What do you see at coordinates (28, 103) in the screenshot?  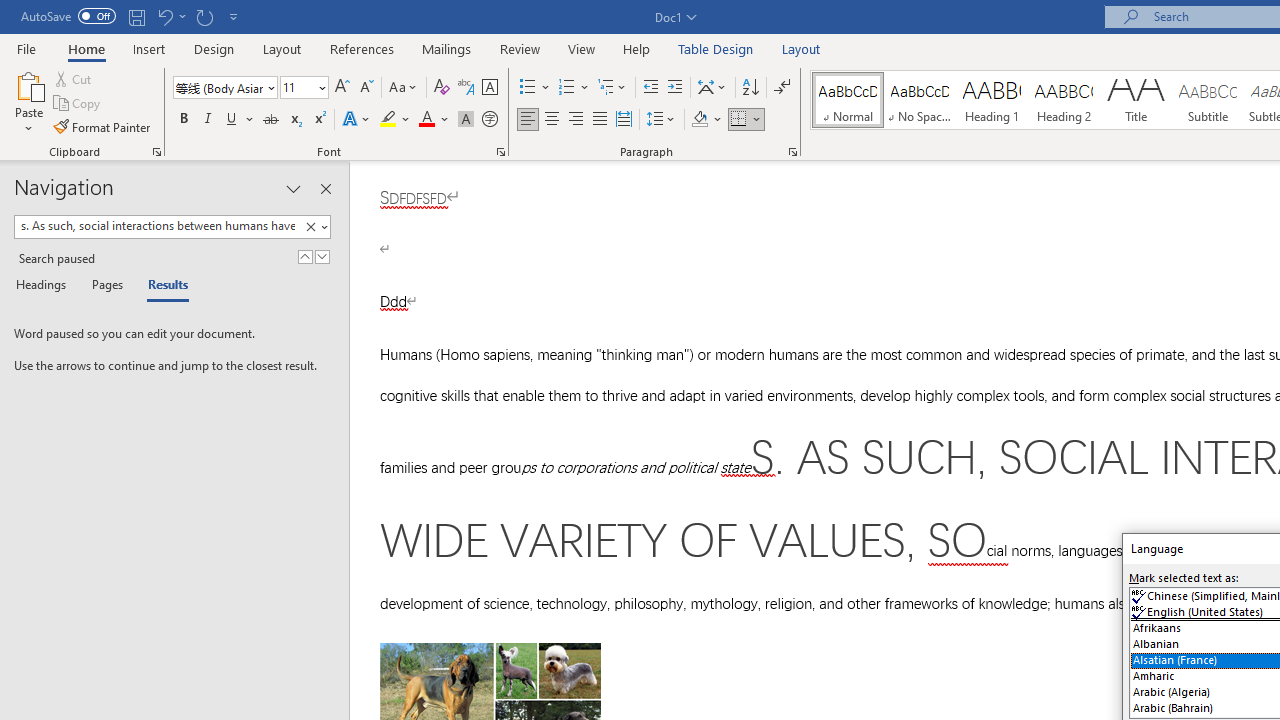 I see `'Paste'` at bounding box center [28, 103].